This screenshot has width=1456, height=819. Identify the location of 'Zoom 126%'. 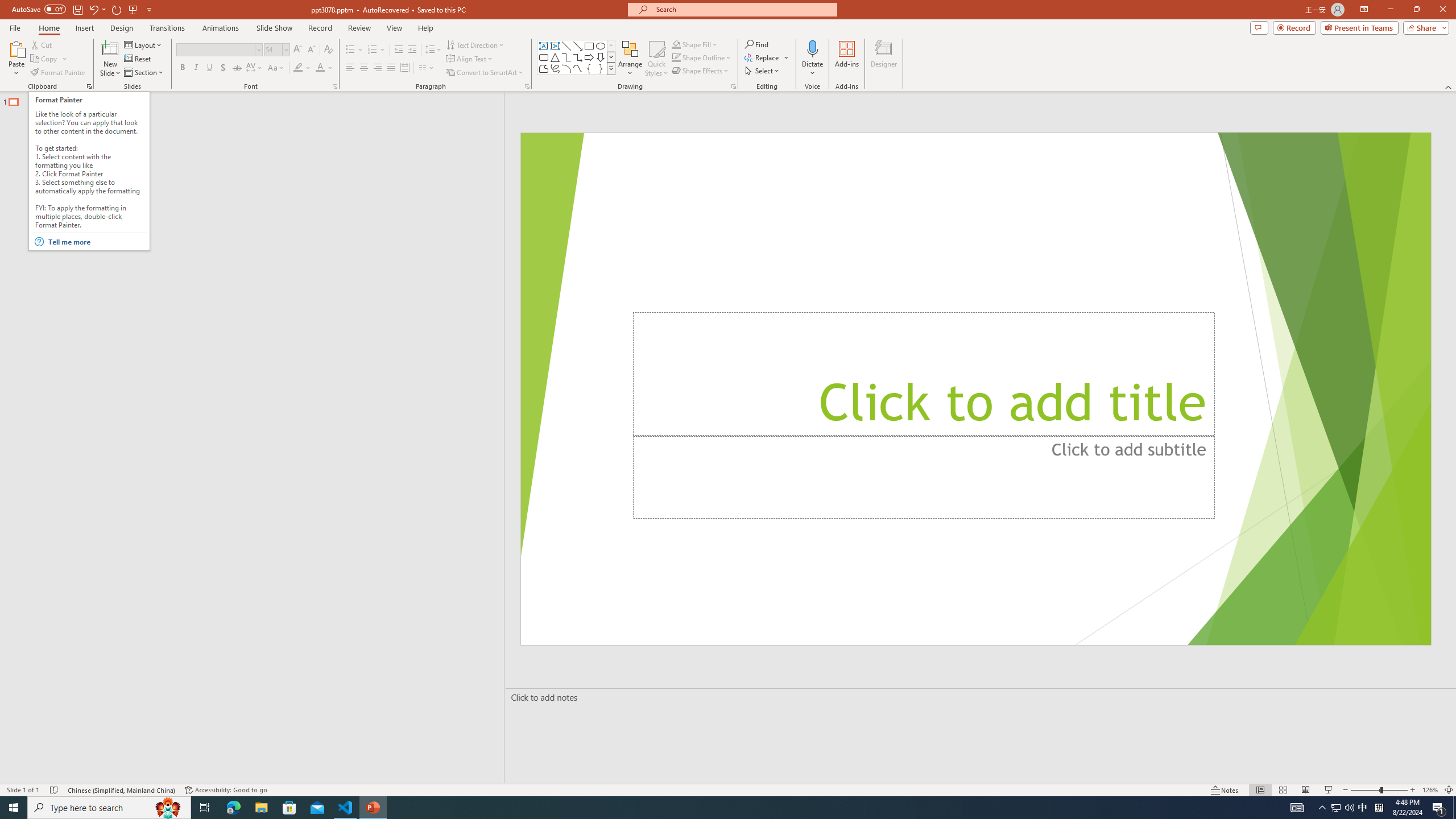
(1430, 790).